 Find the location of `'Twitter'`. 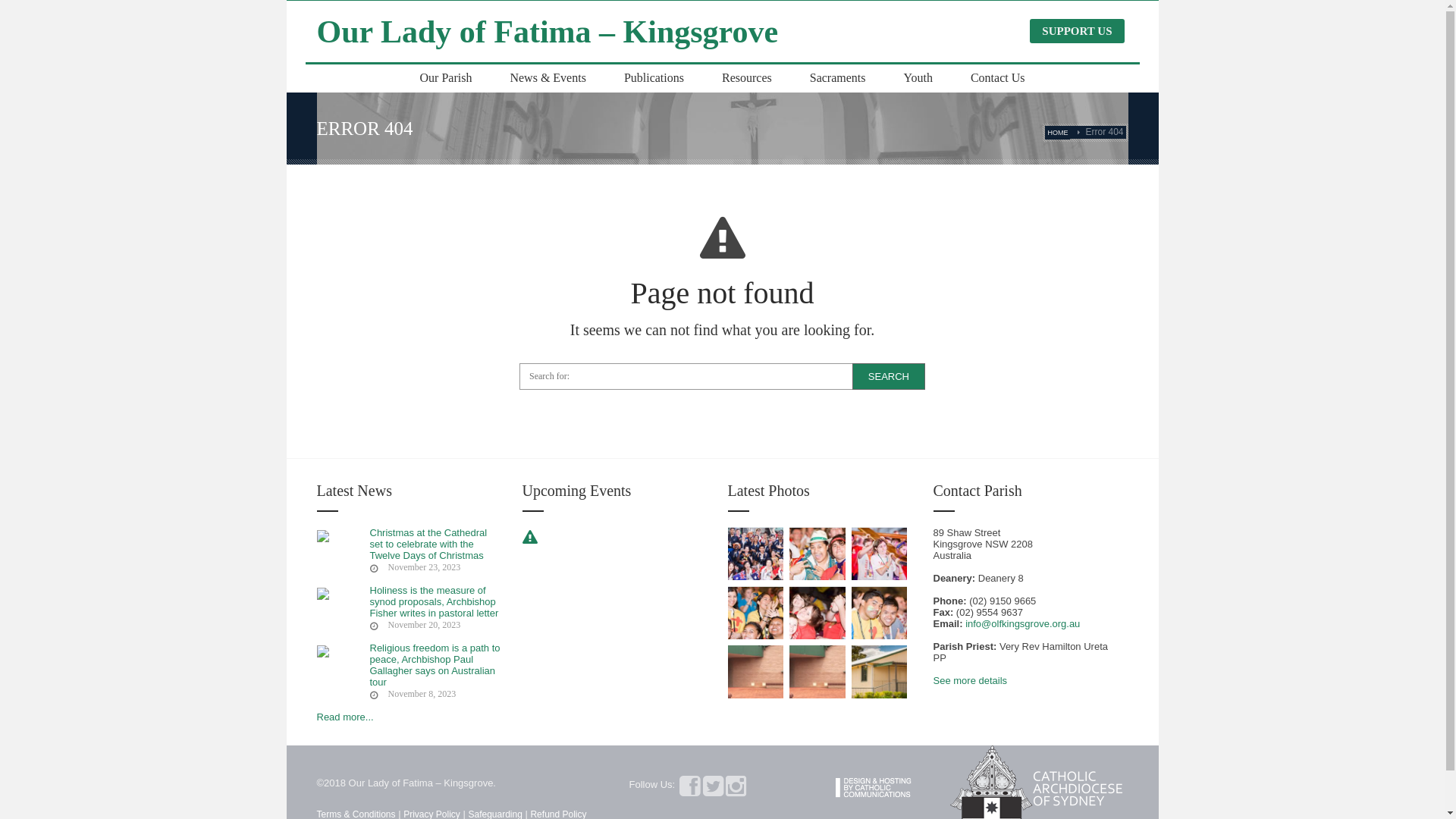

'Twitter' is located at coordinates (712, 789).